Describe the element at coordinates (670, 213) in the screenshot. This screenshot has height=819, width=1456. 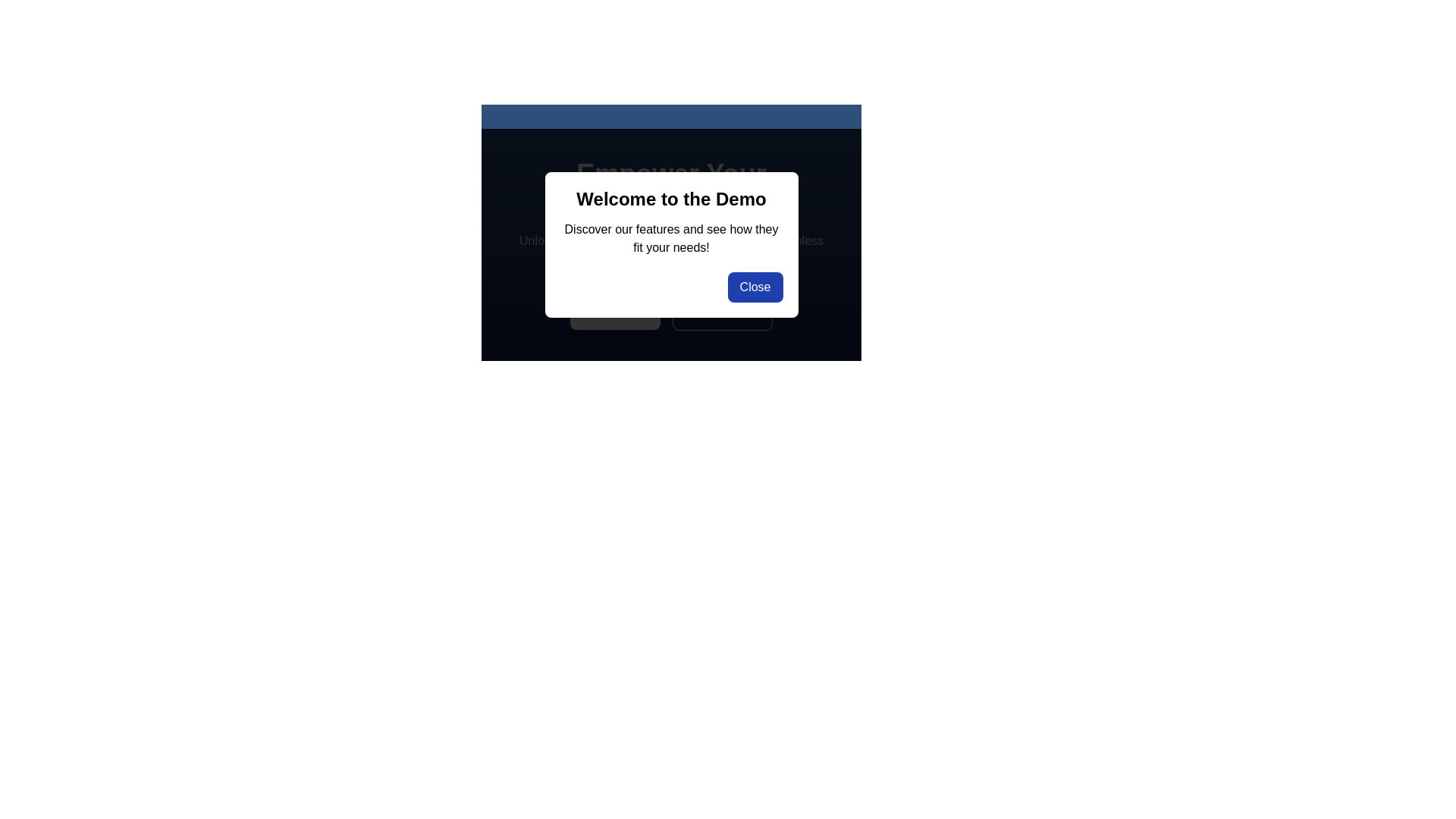
I see `the Text Display element that serves as the title and introductory message for the modal dialog, located in the center of the dark-themed modal, preceding the 'Close' button` at that location.